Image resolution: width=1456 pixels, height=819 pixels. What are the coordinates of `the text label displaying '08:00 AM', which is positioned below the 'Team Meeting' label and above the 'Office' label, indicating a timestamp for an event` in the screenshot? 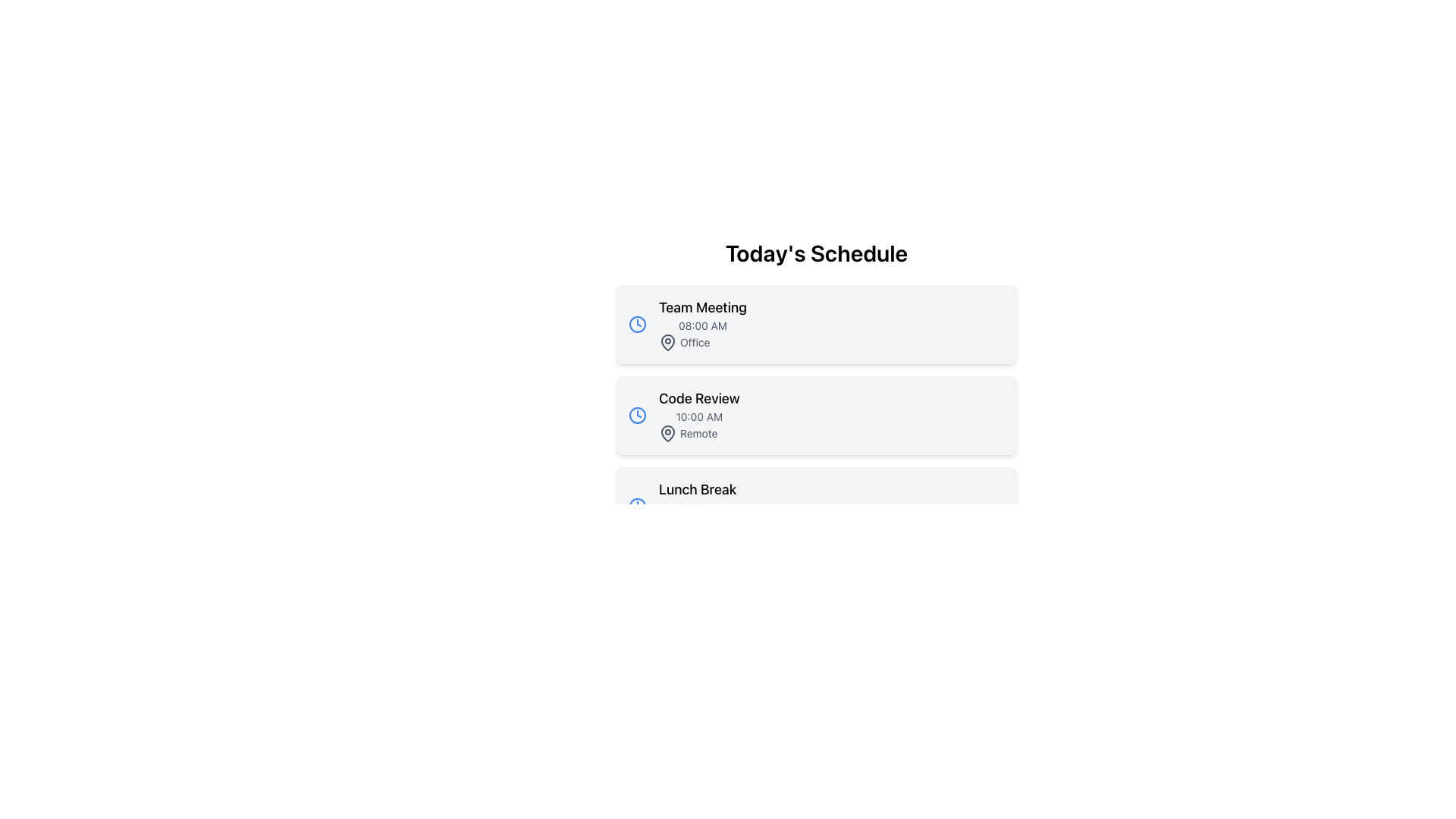 It's located at (701, 325).